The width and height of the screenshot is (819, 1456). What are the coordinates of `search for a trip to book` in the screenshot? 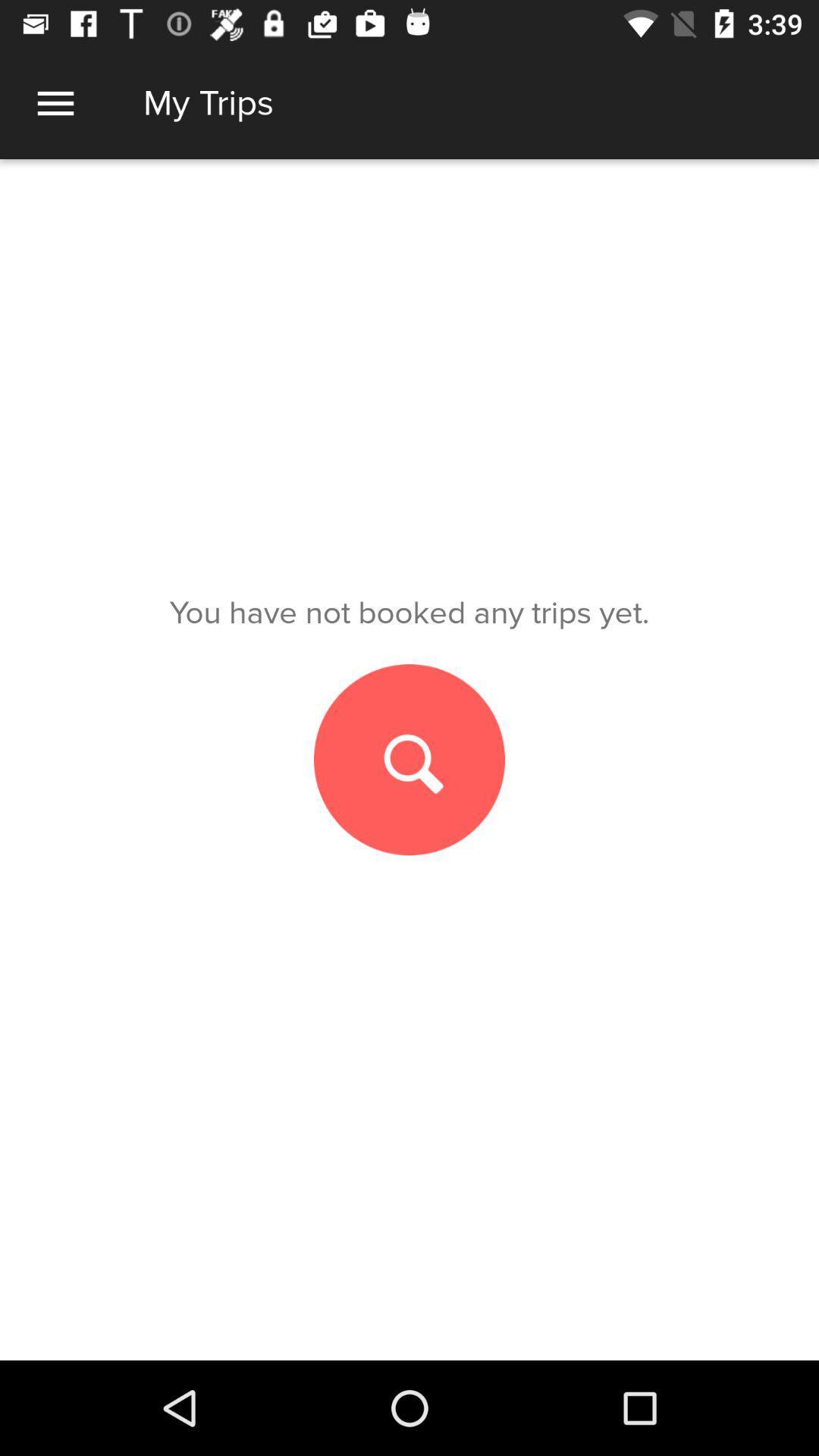 It's located at (409, 760).